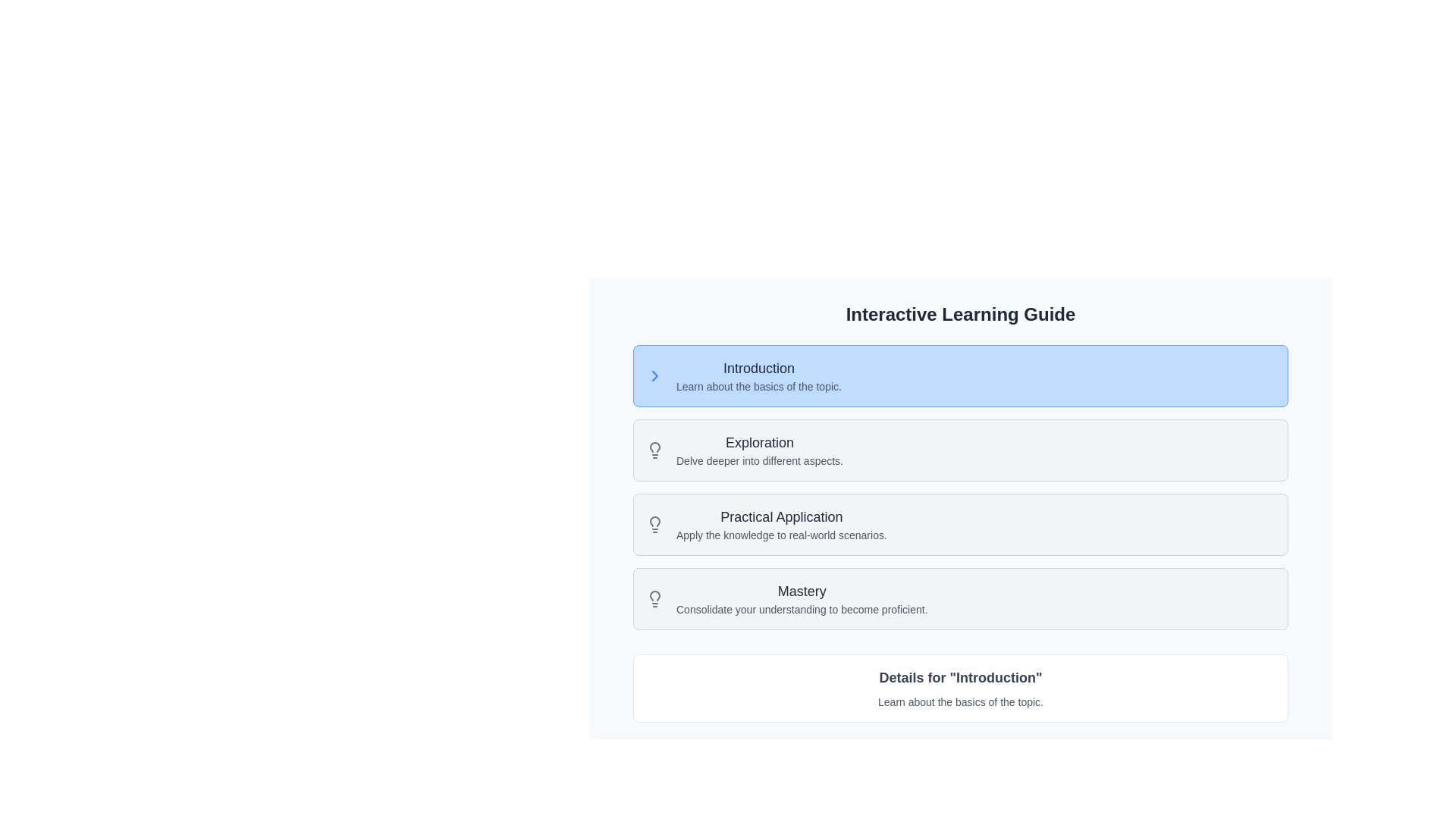  Describe the element at coordinates (760, 442) in the screenshot. I see `the text label reading 'Exploration' which is styled in a large font size and positioned within a light gray section of a vertical list menu` at that location.